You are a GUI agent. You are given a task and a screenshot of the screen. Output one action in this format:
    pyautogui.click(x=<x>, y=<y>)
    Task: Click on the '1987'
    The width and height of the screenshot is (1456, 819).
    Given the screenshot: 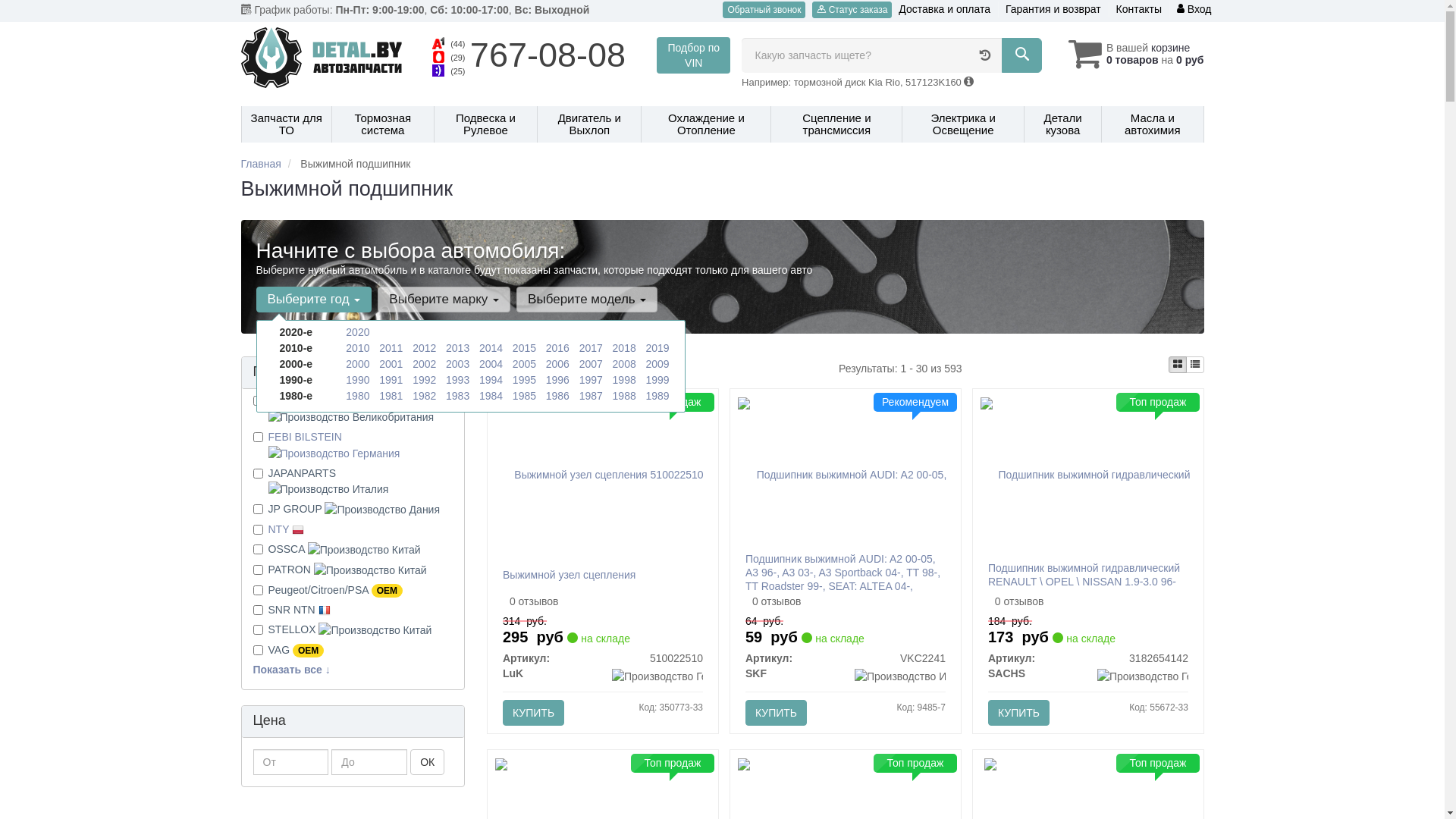 What is the action you would take?
    pyautogui.click(x=578, y=394)
    